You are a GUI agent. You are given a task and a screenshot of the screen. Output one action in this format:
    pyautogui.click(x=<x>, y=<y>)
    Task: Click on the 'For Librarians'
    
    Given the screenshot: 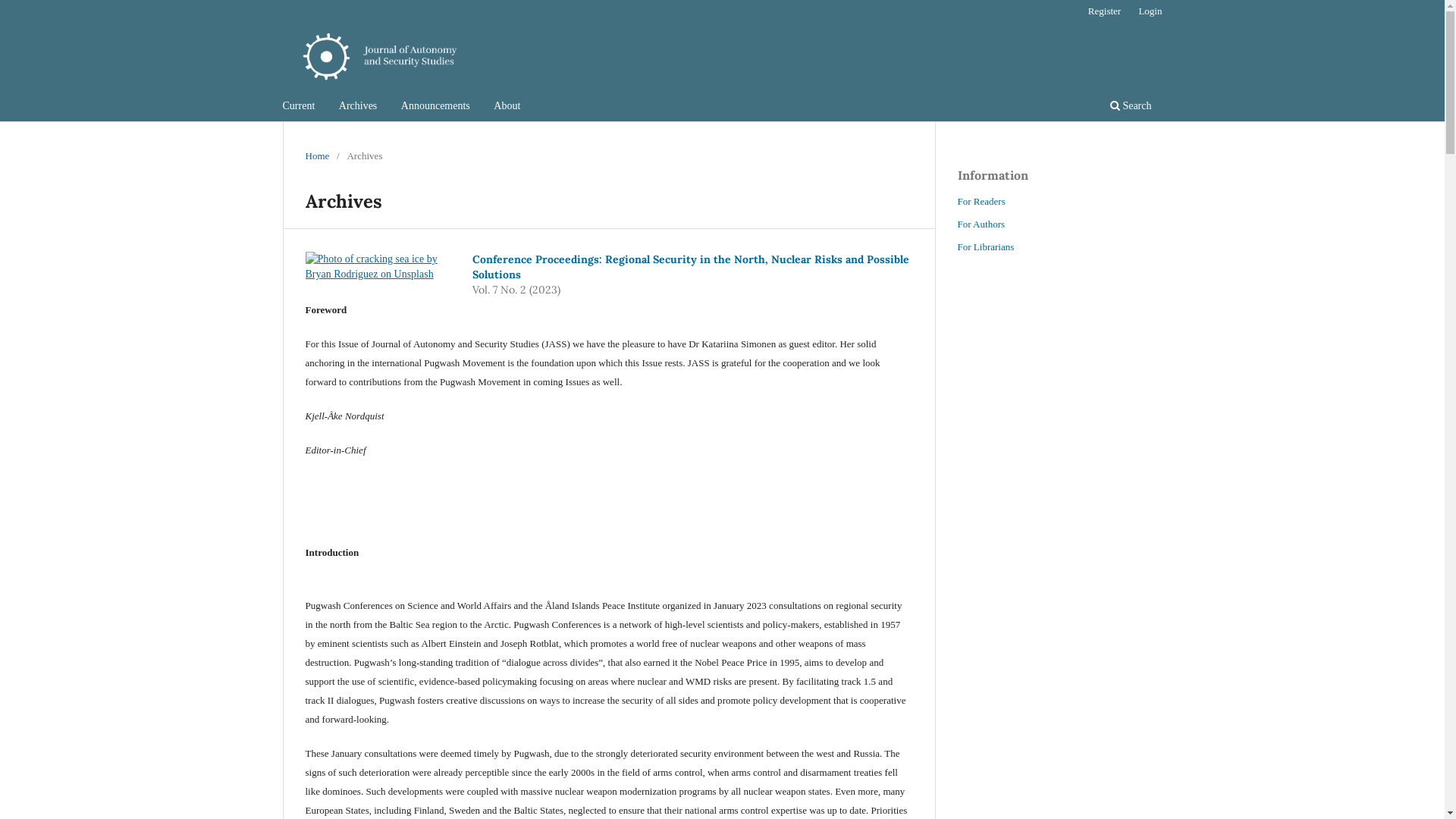 What is the action you would take?
    pyautogui.click(x=985, y=246)
    